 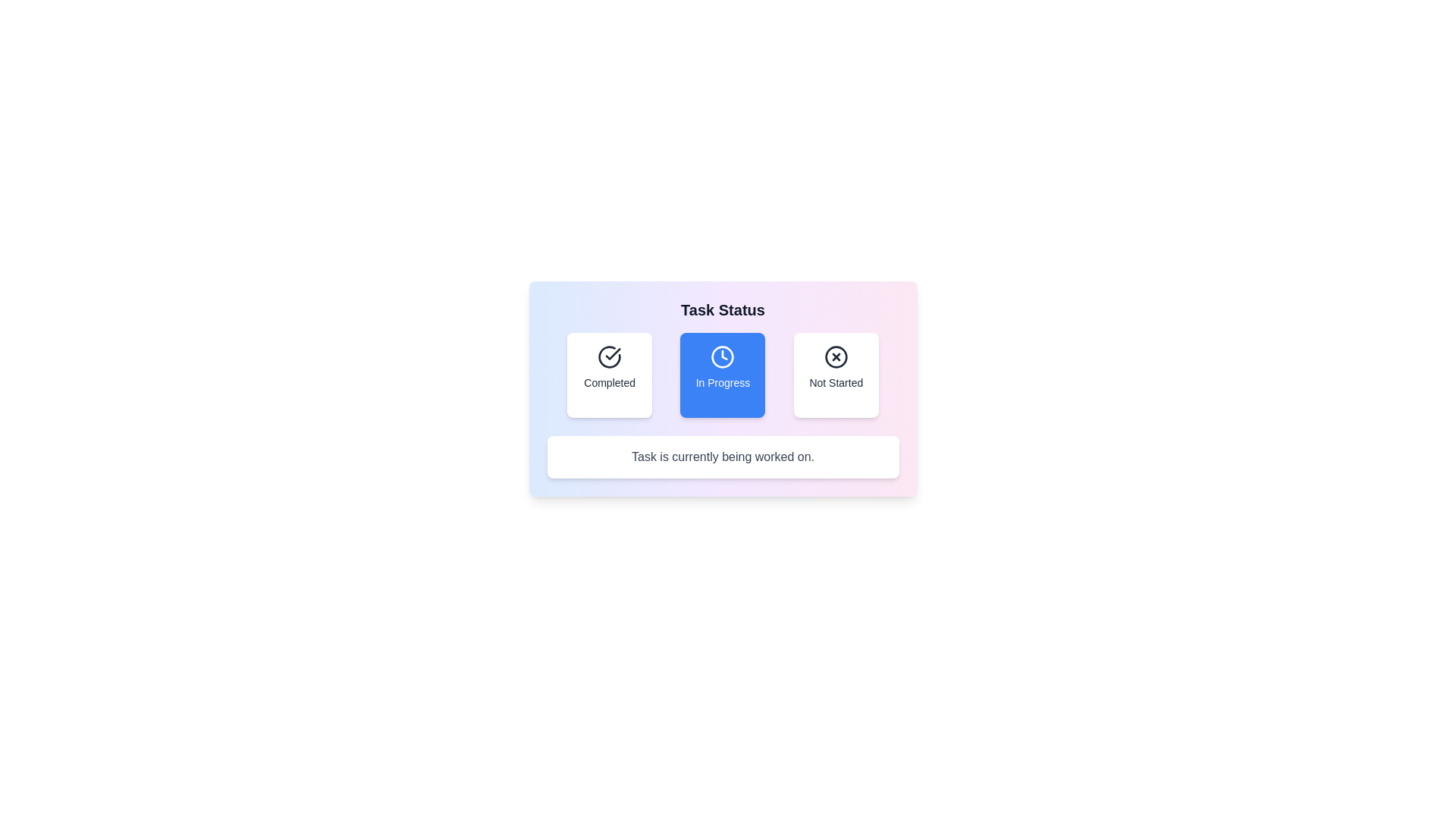 I want to click on the 'In Progress' button to select it and view the corresponding task description, so click(x=722, y=375).